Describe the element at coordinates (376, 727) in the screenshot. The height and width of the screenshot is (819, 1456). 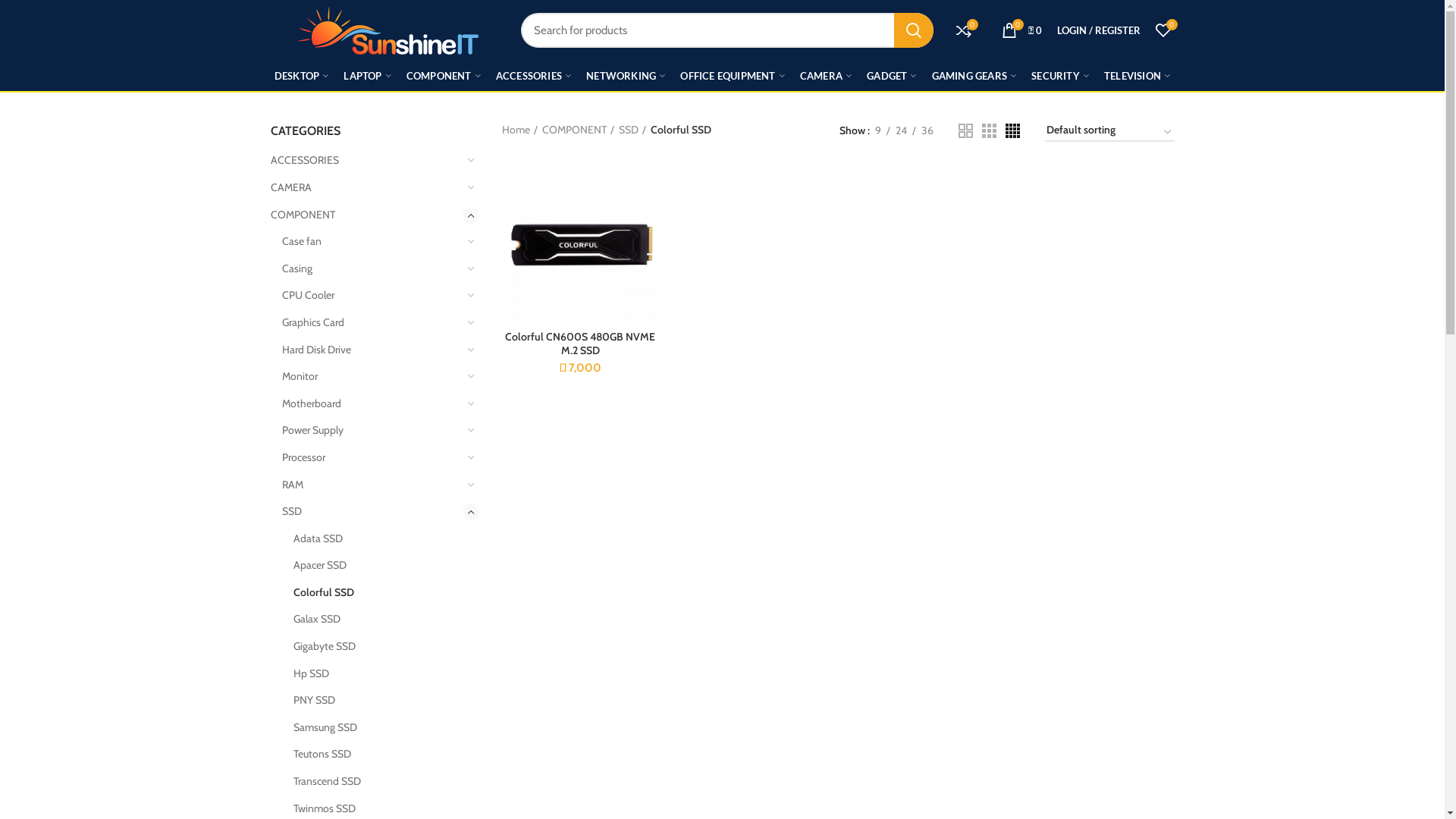
I see `'Samsung SSD'` at that location.